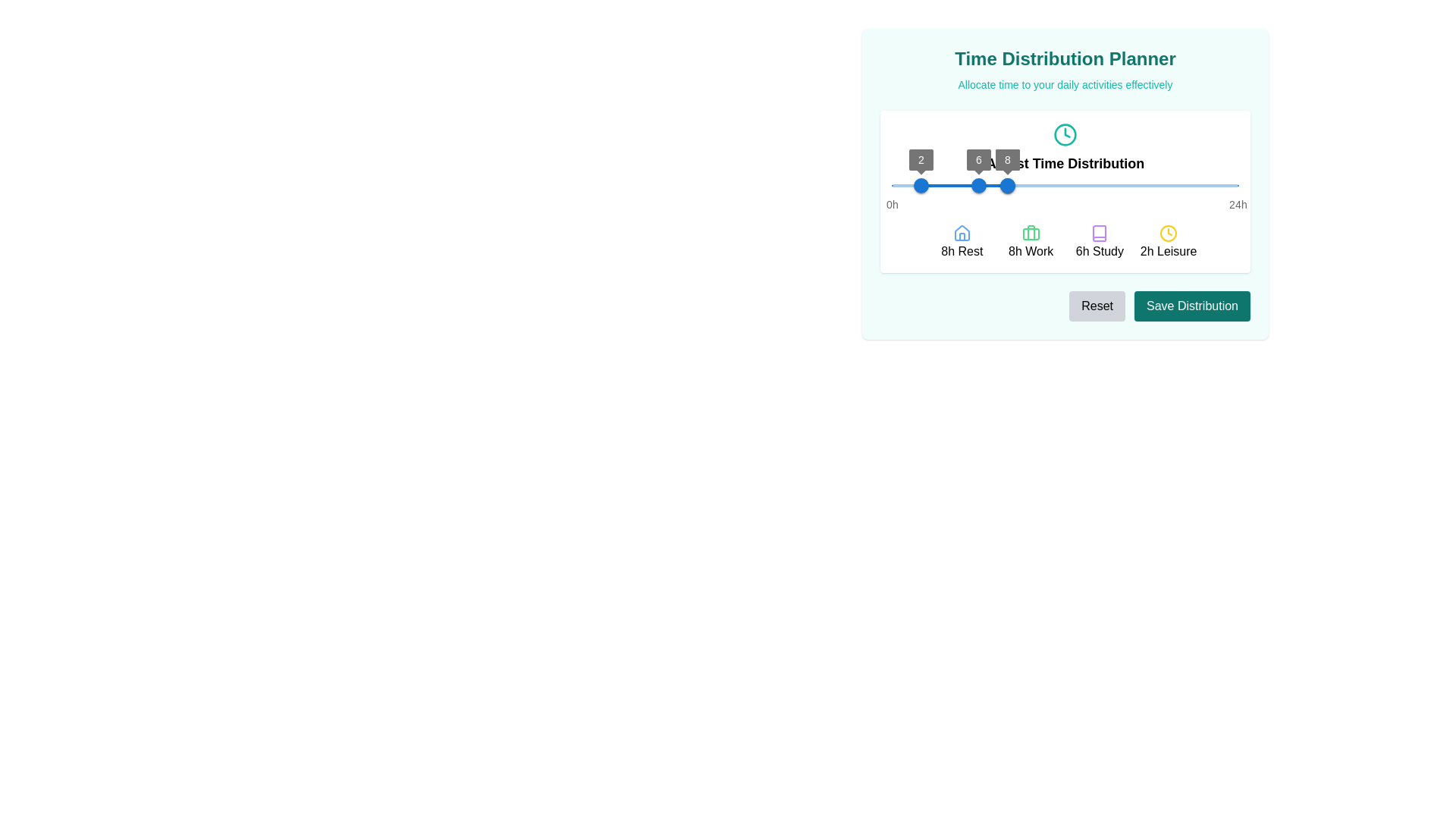 The height and width of the screenshot is (819, 1456). I want to click on the circular teal-bordered icon that outlines the clock face in the time distribution planner interface, so click(1065, 133).